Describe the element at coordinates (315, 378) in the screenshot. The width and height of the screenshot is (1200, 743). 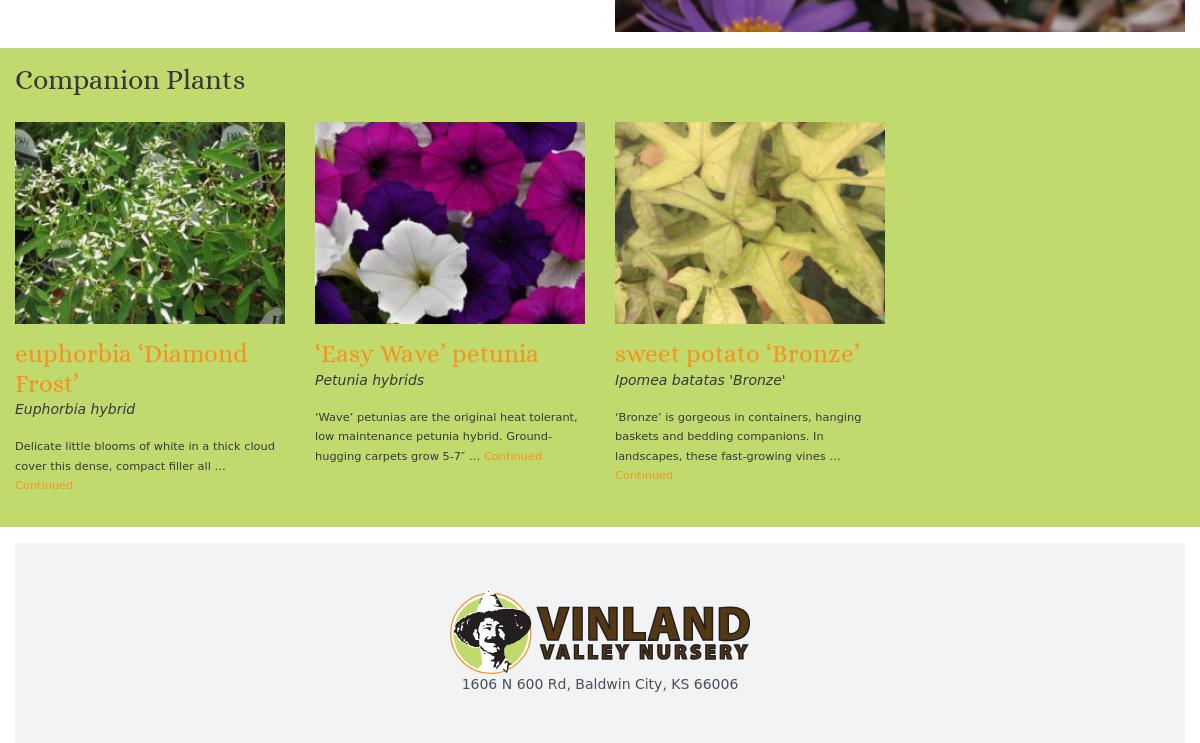
I see `'Petunia hybrids'` at that location.